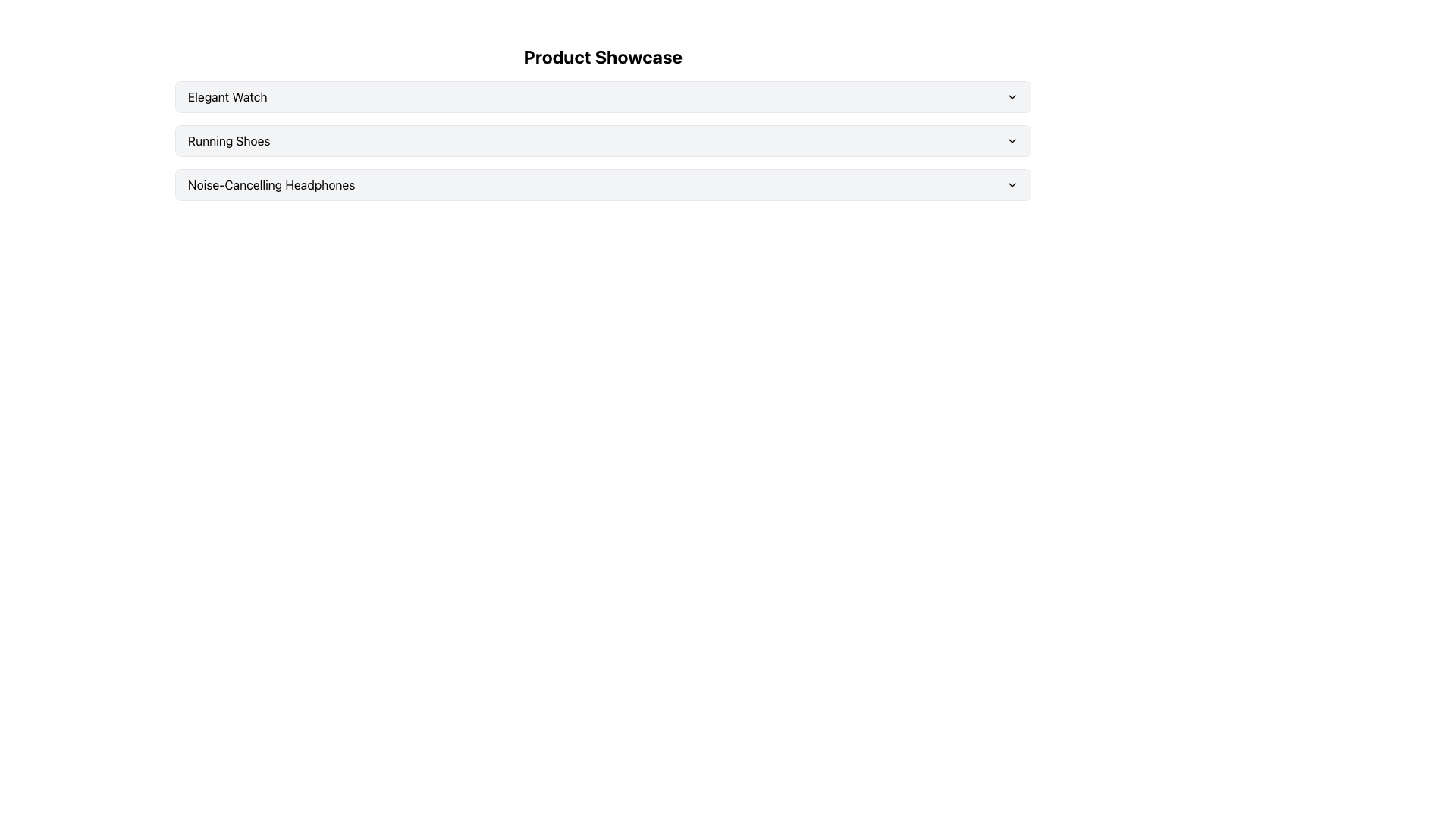 The image size is (1456, 819). I want to click on text label that displays 'Noise-Cancelling Headphones', which is the third item in a horizontal list of items, so click(271, 184).